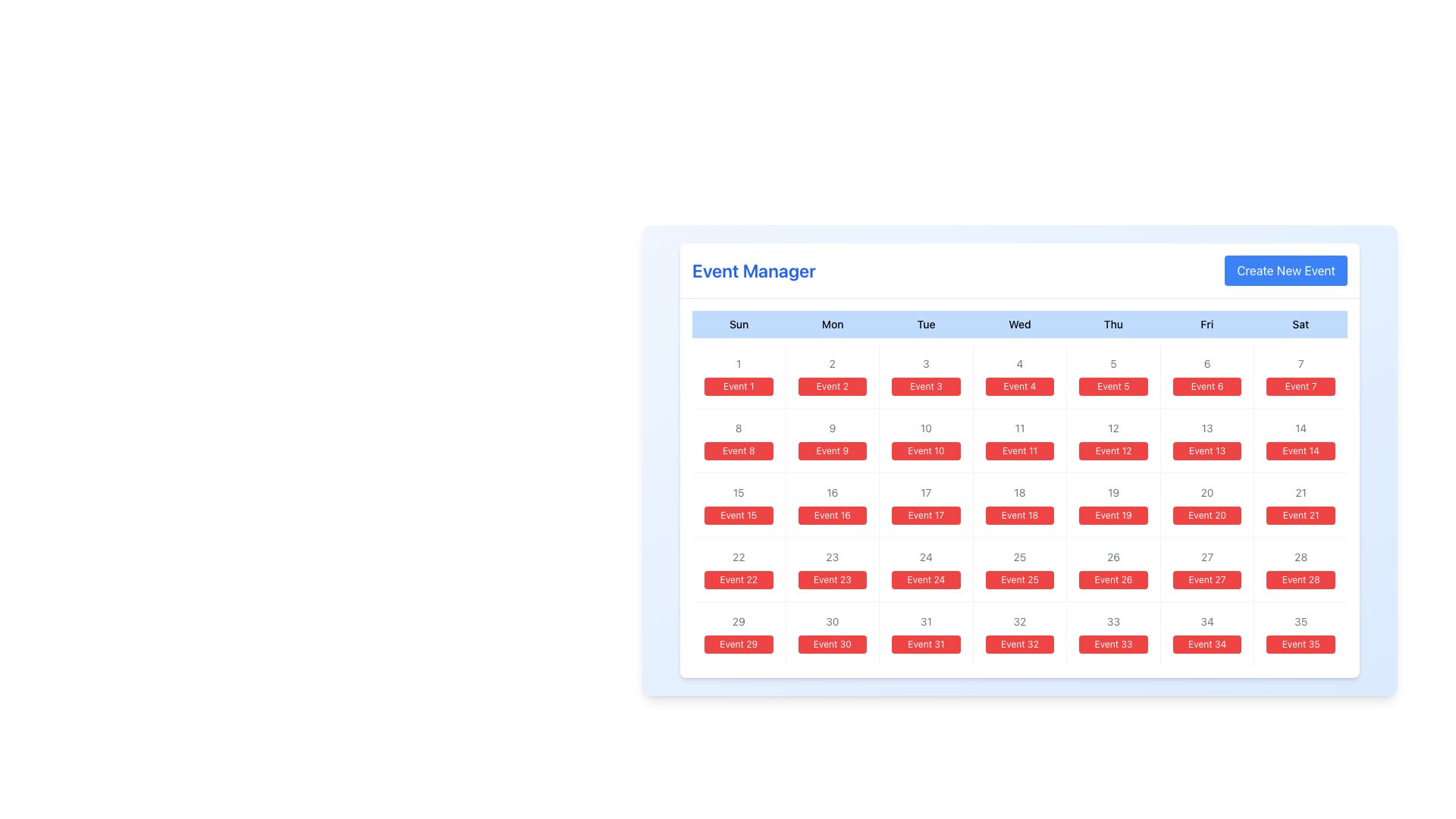  Describe the element at coordinates (1207, 375) in the screenshot. I see `the Calendar day cell displaying 'Event 6' below the day number, located in the grid under 'Event Manager' in the first row and sixth cell, corresponding to 'Fri'` at that location.